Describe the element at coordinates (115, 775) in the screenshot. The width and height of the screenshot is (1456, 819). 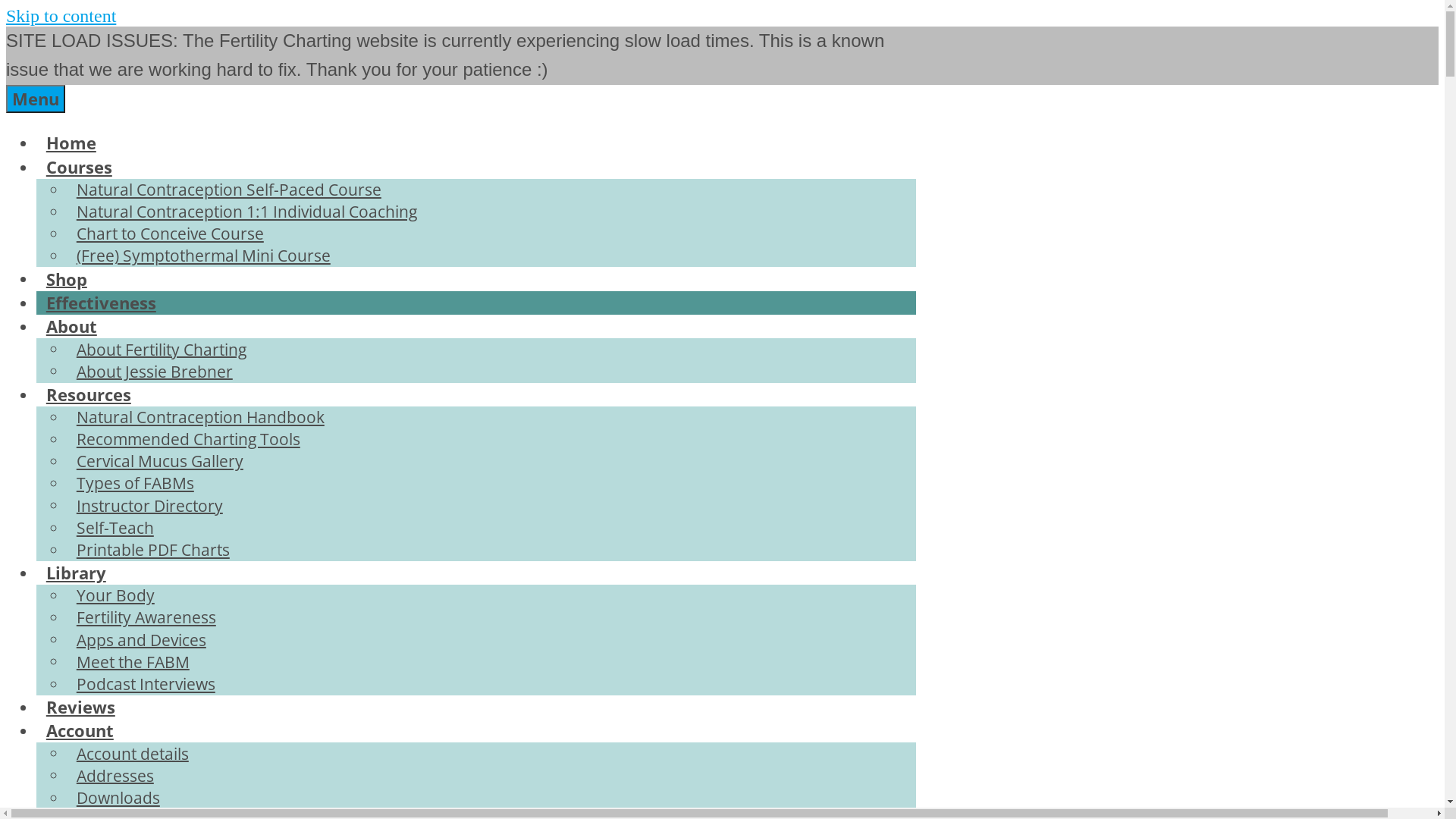
I see `'Addresses'` at that location.